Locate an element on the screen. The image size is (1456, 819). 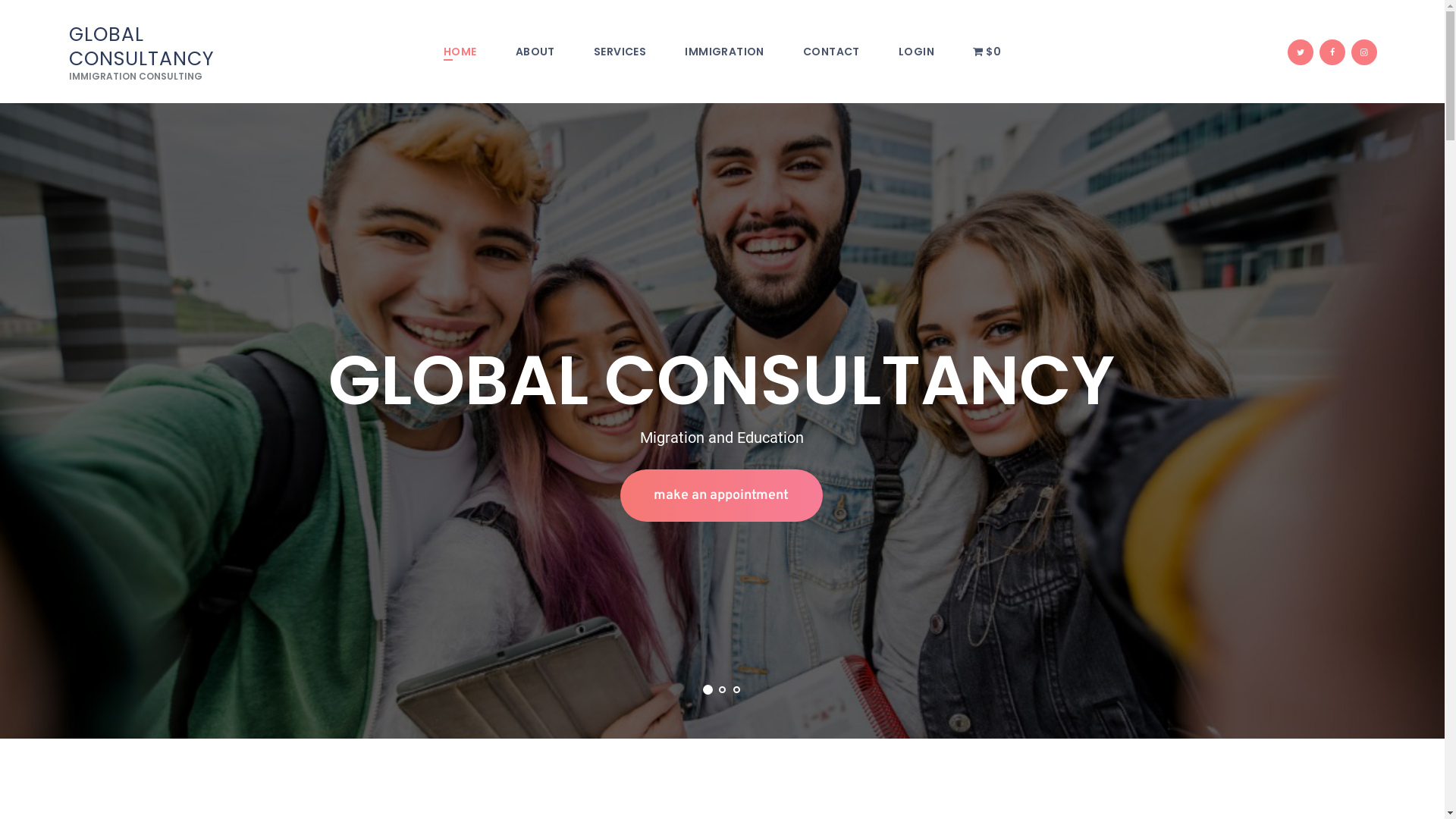
'IMMIGRATION' is located at coordinates (723, 52).